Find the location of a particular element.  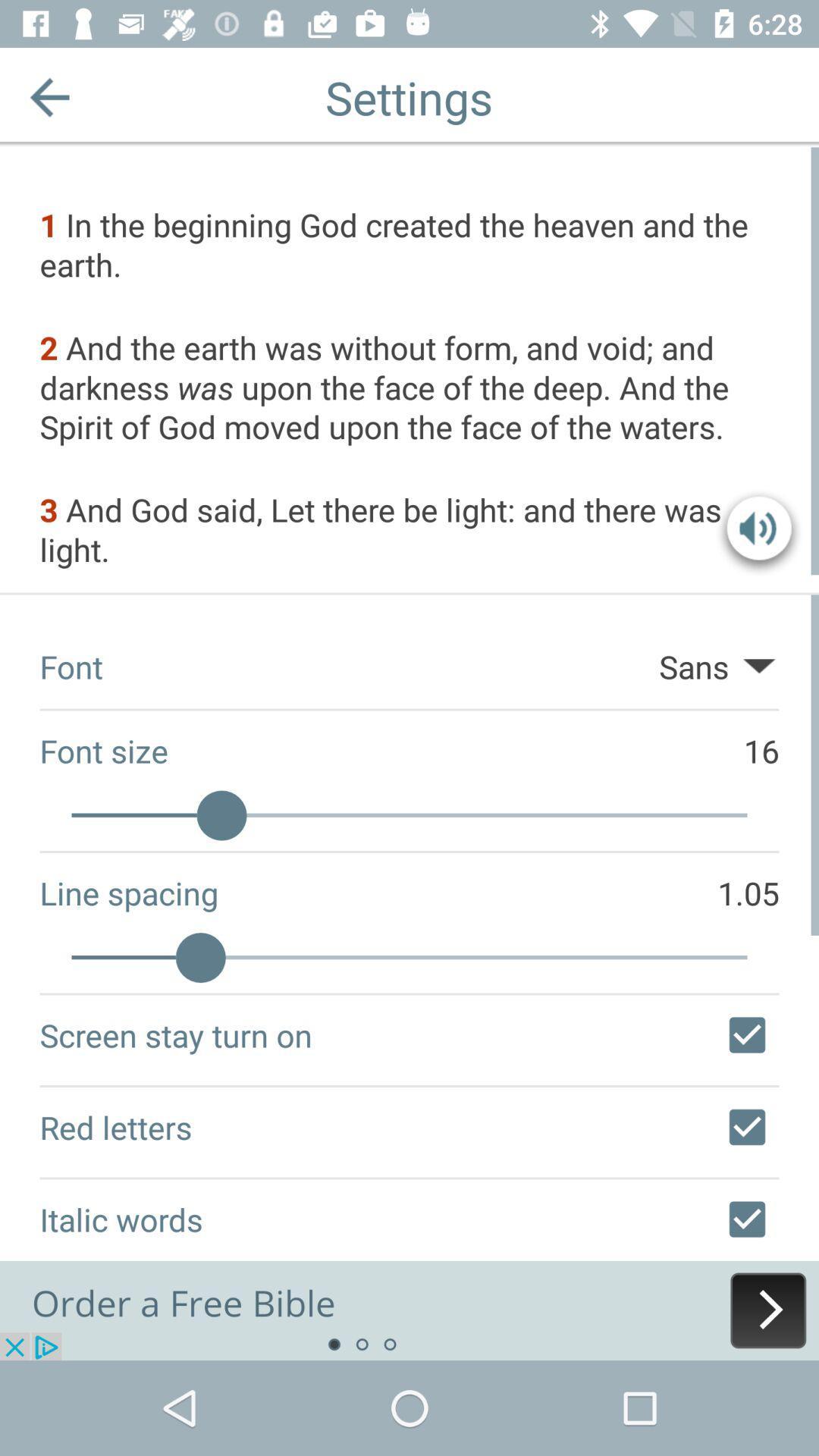

change volume is located at coordinates (759, 532).